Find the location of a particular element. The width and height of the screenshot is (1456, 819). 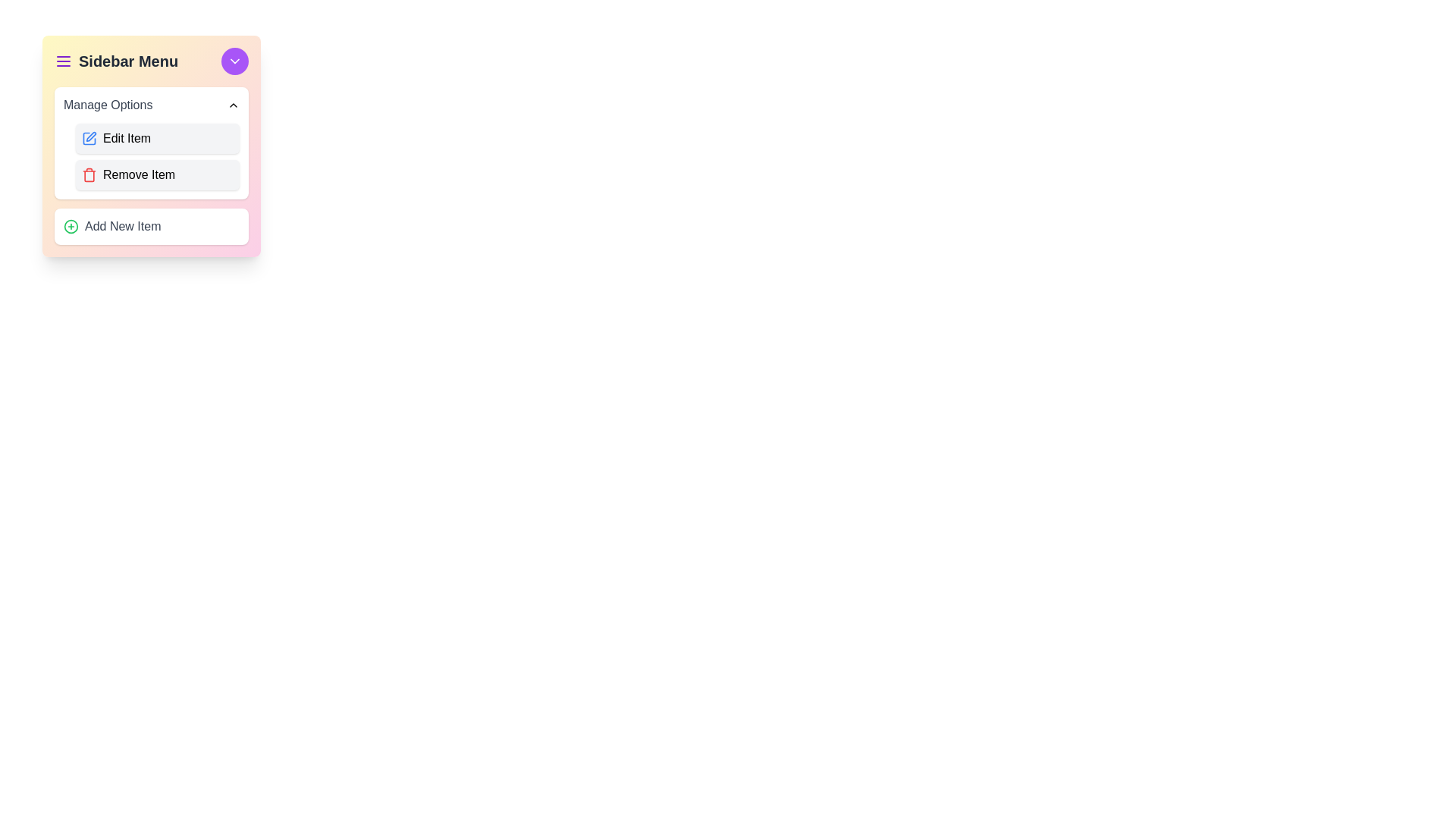

the circular button with a purple background and a white chevron icon pointing upwards in the upper-right corner of the Sidebar Menu is located at coordinates (234, 61).